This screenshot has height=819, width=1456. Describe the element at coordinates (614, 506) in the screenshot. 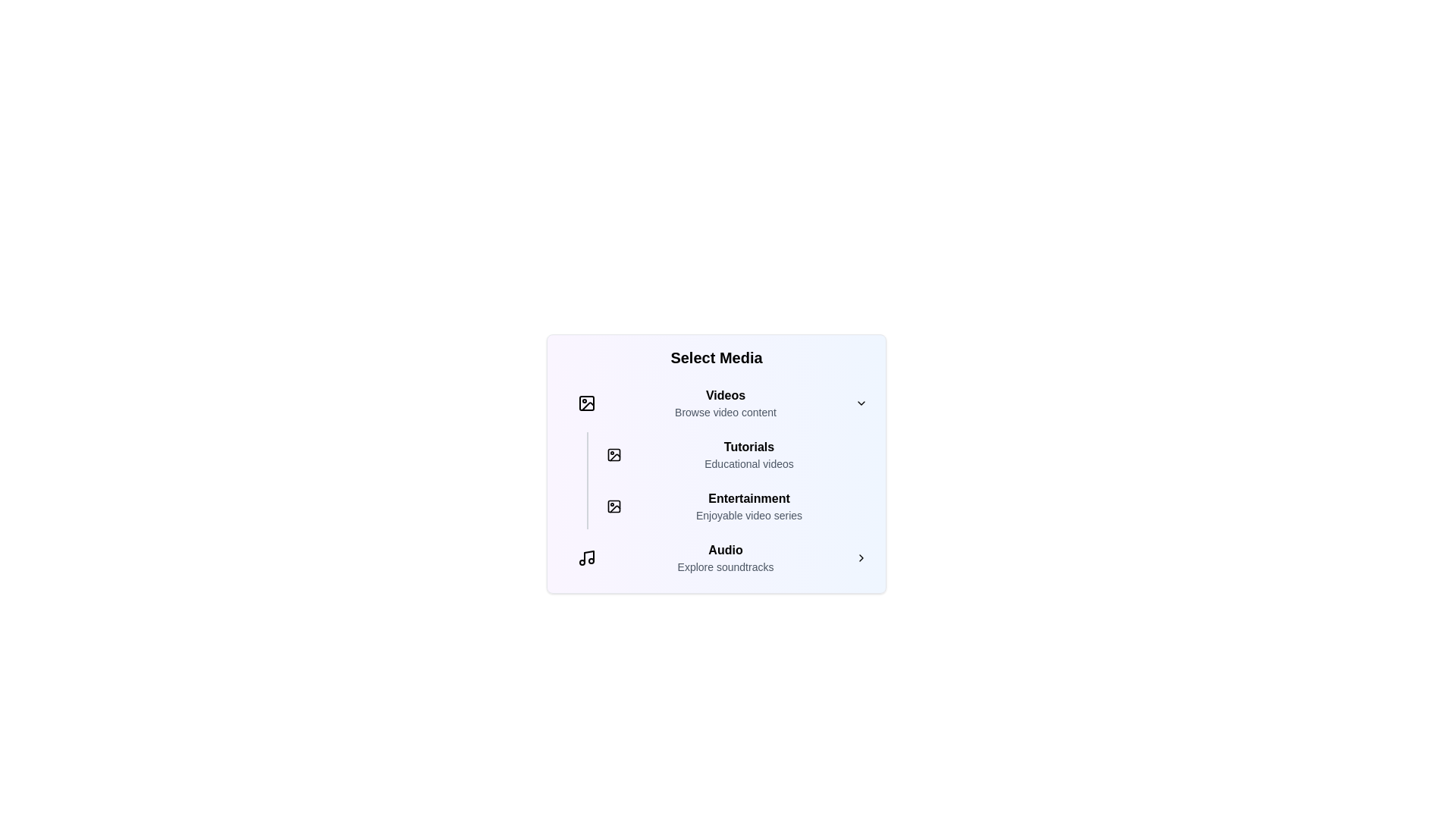

I see `the entertainment category icon located in the third row of the Select Media panel for arranging` at that location.